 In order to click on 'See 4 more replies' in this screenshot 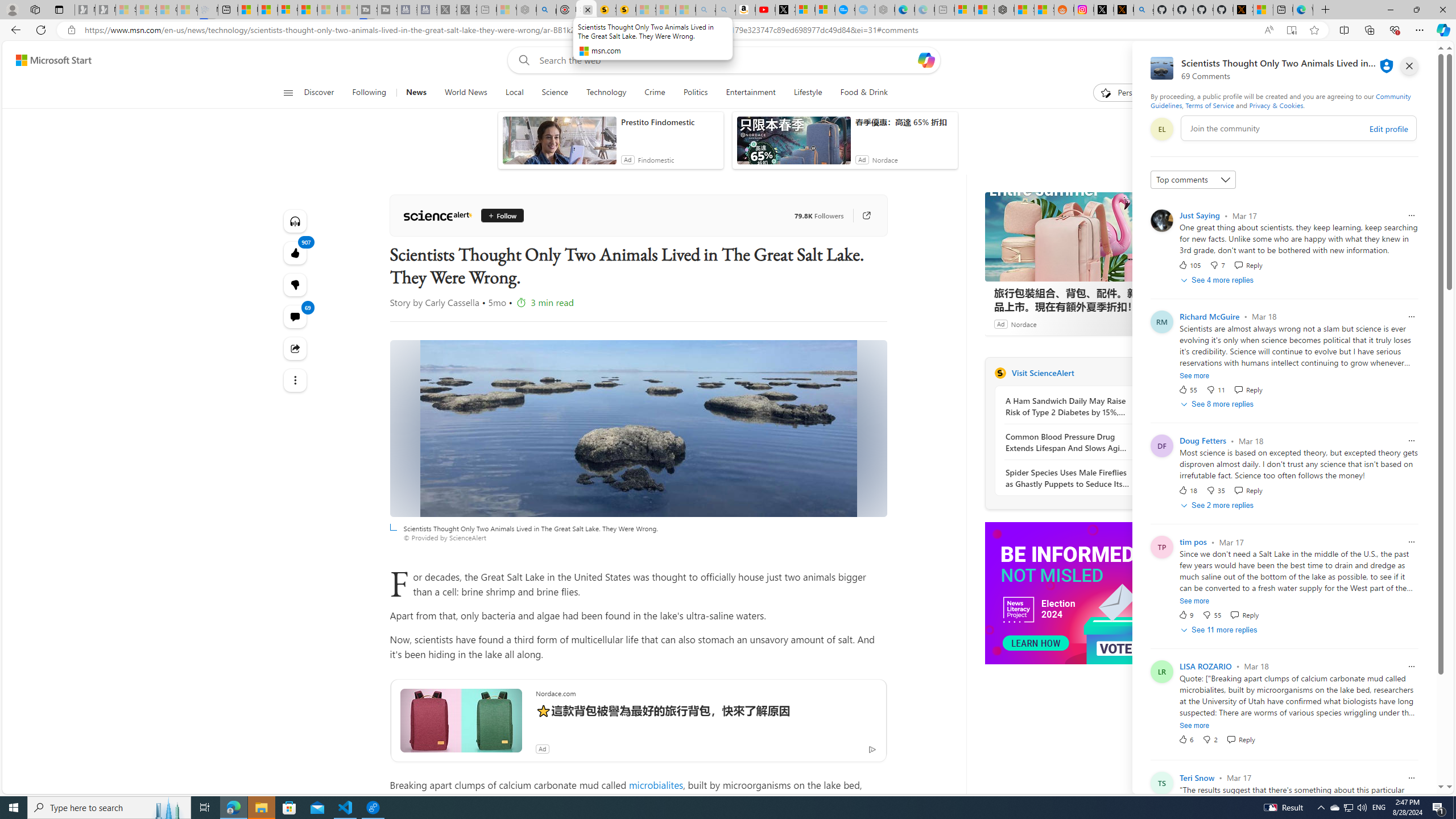, I will do `click(1218, 279)`.